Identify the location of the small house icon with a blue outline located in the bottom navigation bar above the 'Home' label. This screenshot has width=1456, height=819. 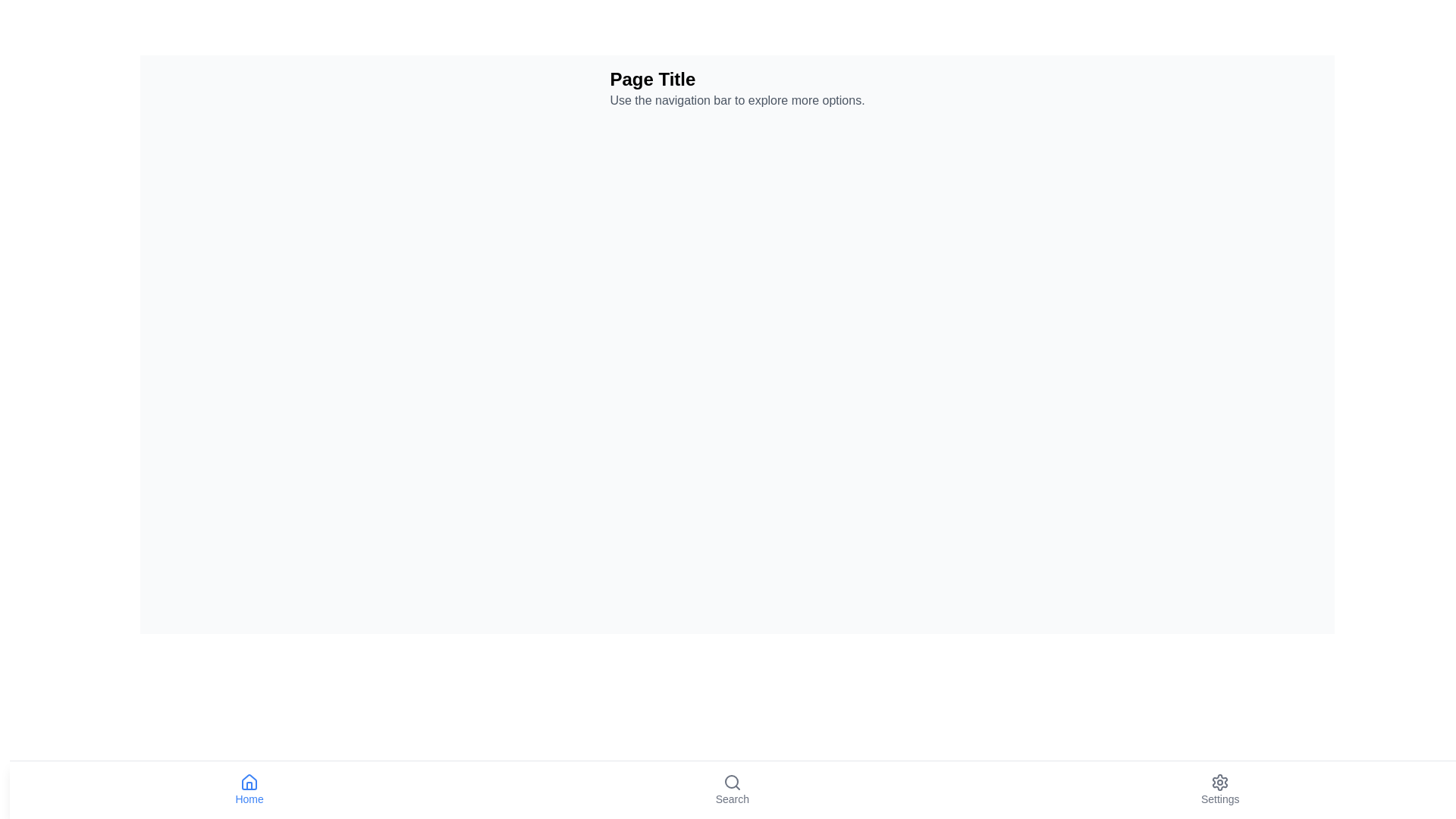
(249, 783).